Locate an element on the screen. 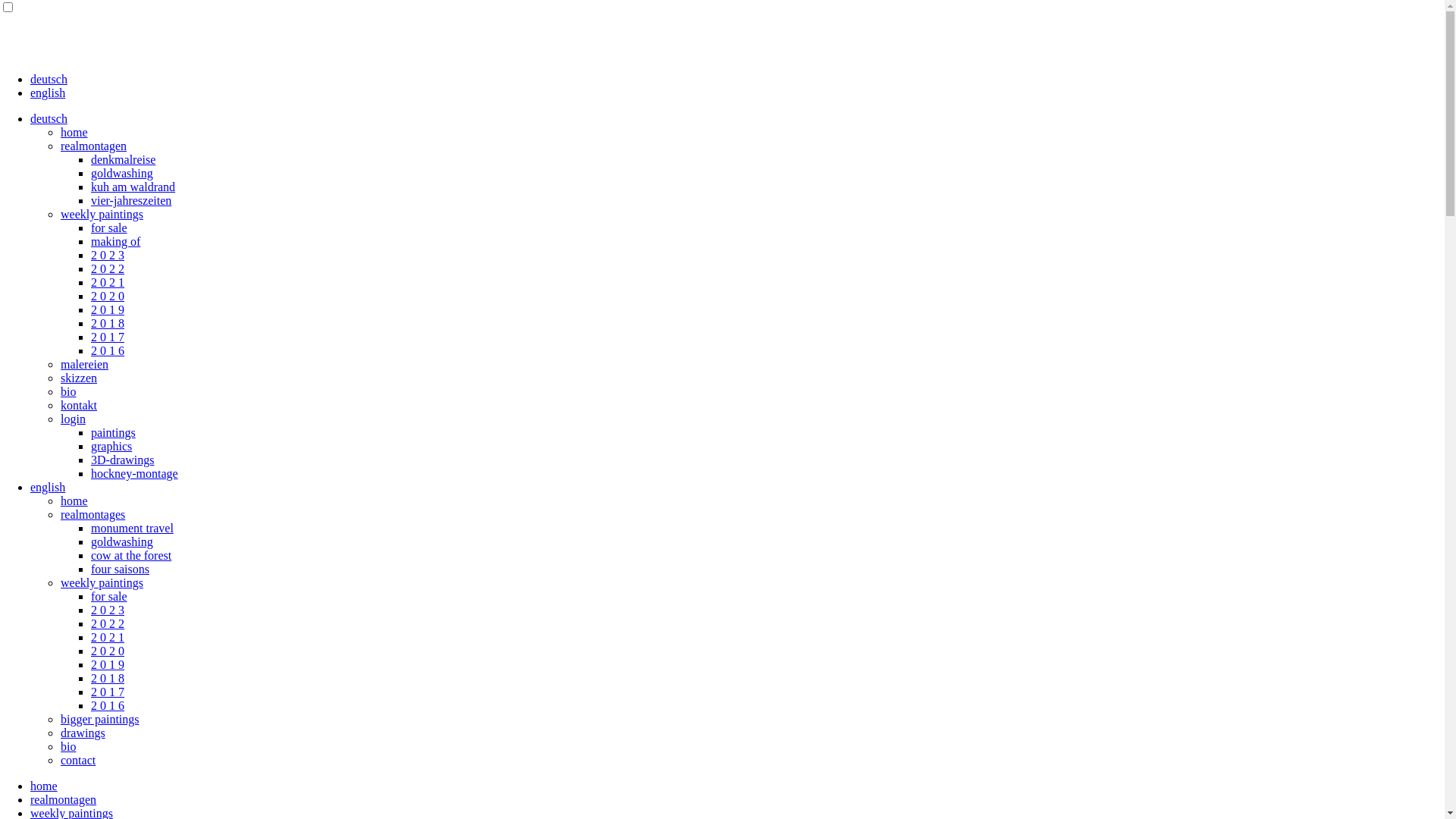 The width and height of the screenshot is (1456, 819). '2 0 2 0' is located at coordinates (107, 296).